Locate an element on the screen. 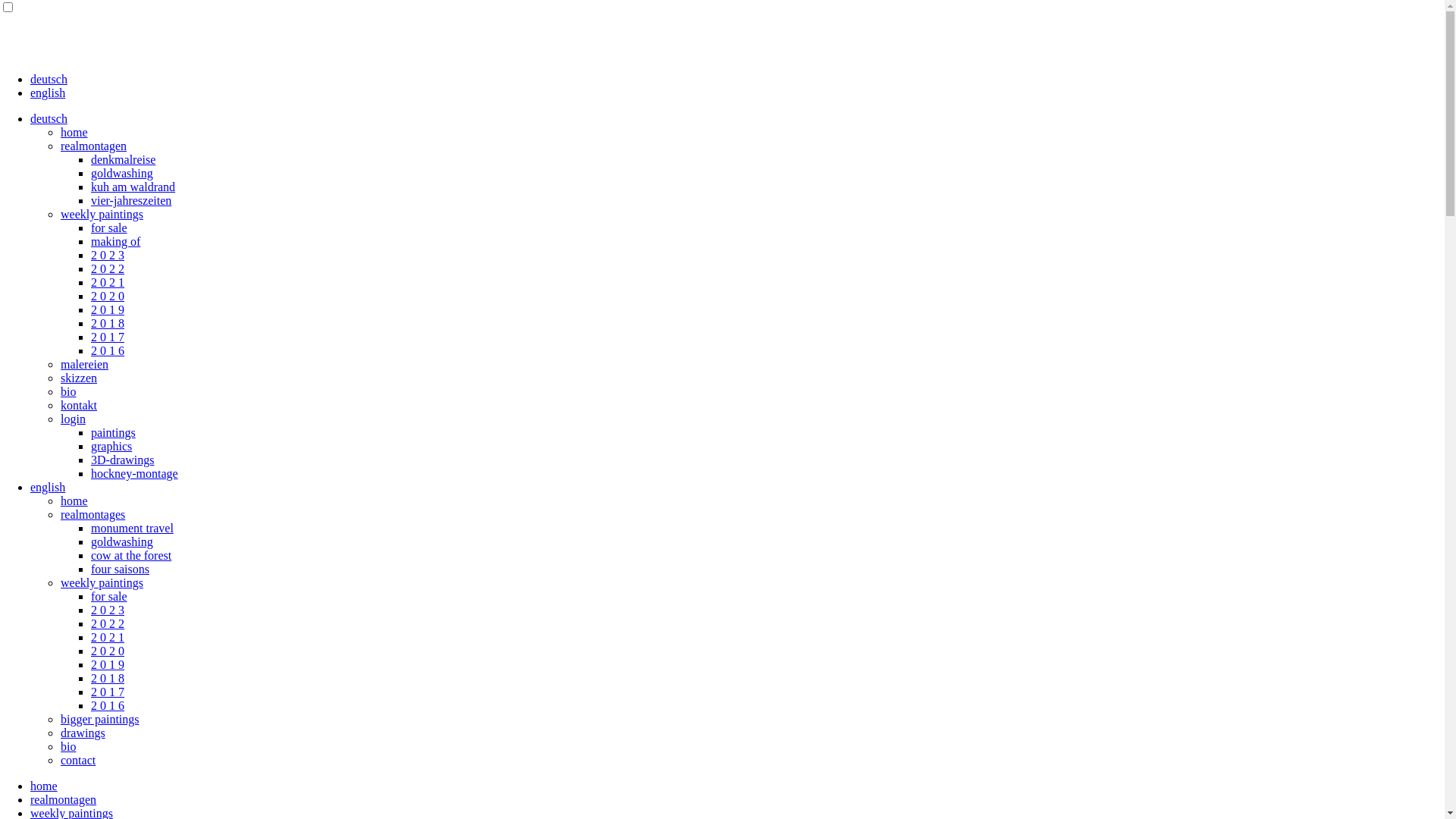 The width and height of the screenshot is (1456, 819). '2 0 2 0' is located at coordinates (107, 296).